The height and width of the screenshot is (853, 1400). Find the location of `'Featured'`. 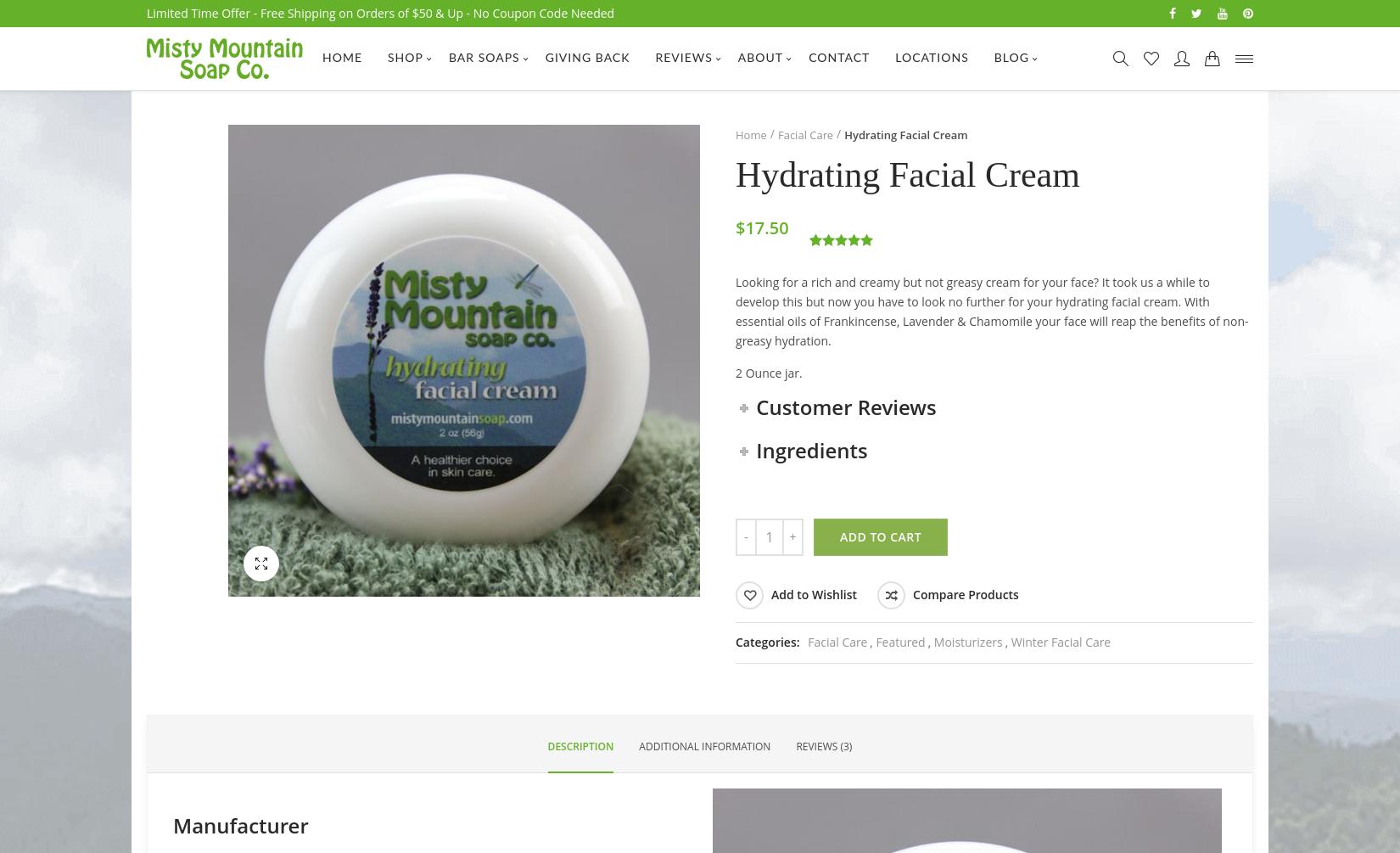

'Featured' is located at coordinates (899, 642).